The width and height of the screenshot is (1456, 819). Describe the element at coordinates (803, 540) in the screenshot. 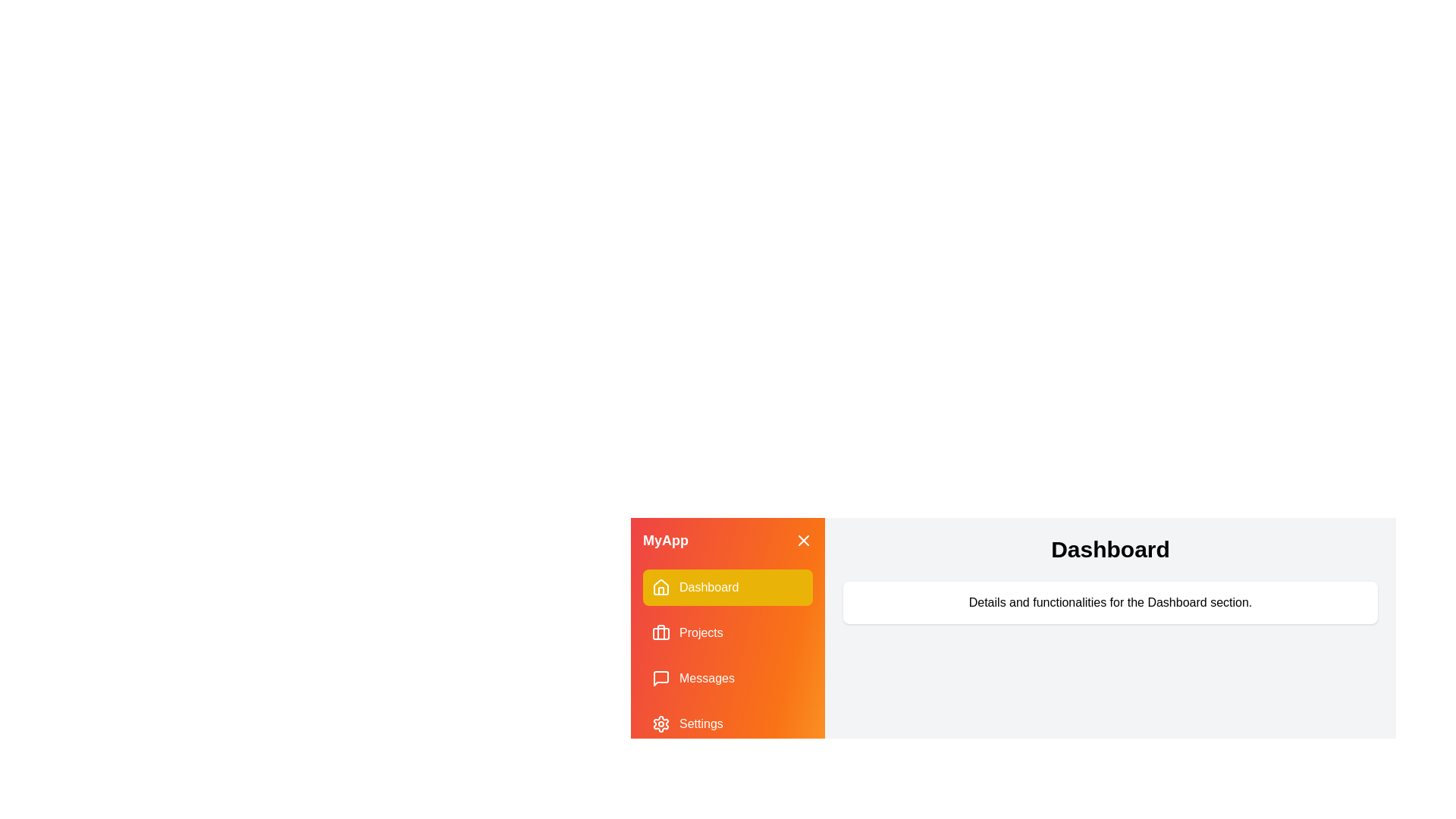

I see `toggle button at the top-right corner of the drawer to toggle it open or closed` at that location.